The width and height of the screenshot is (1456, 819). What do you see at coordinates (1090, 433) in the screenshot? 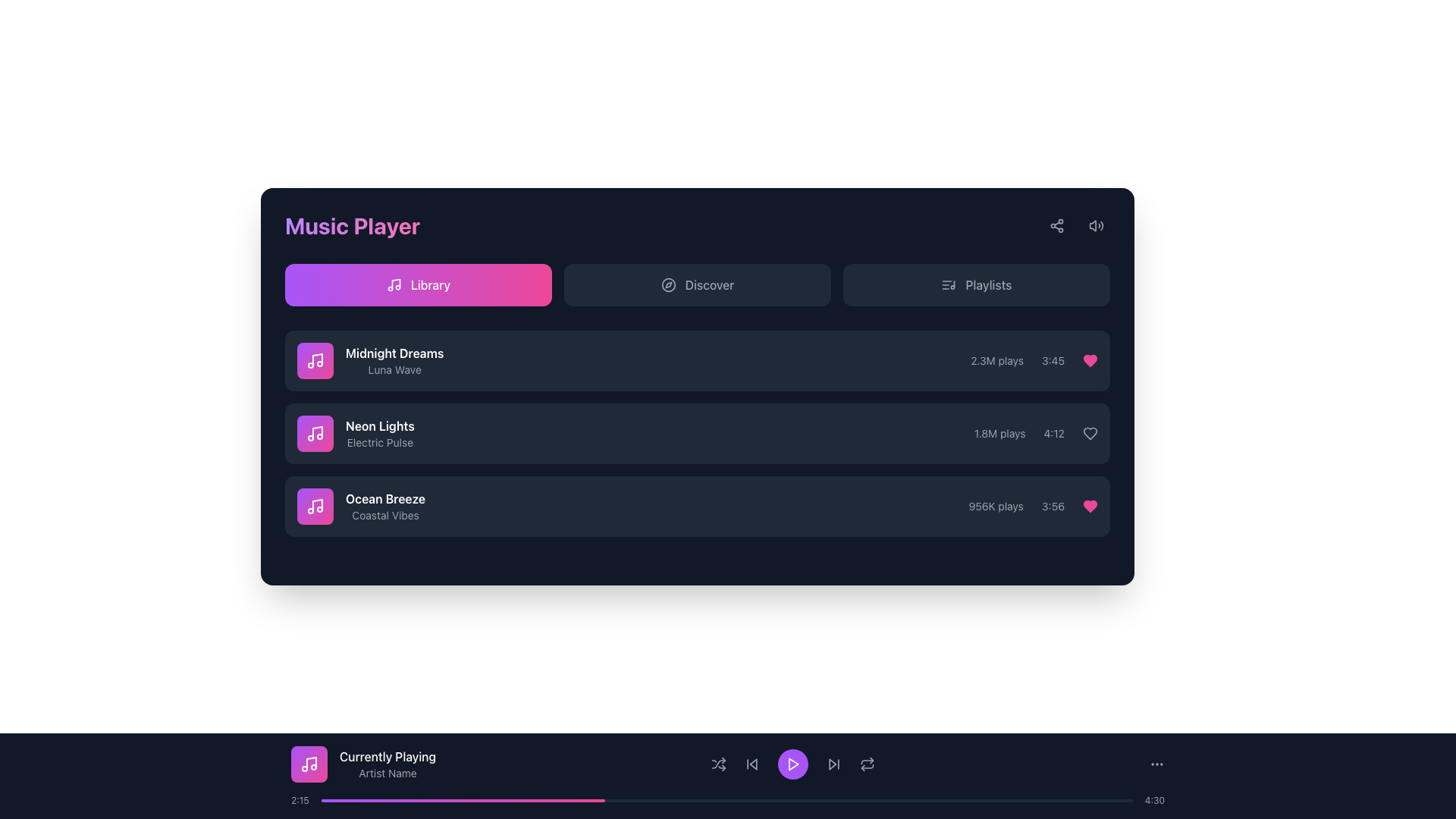
I see `the heart icon button located at the right end of the horizontal line displaying '1.8M plays' and '4:12' in the second track item of the playlist` at bounding box center [1090, 433].